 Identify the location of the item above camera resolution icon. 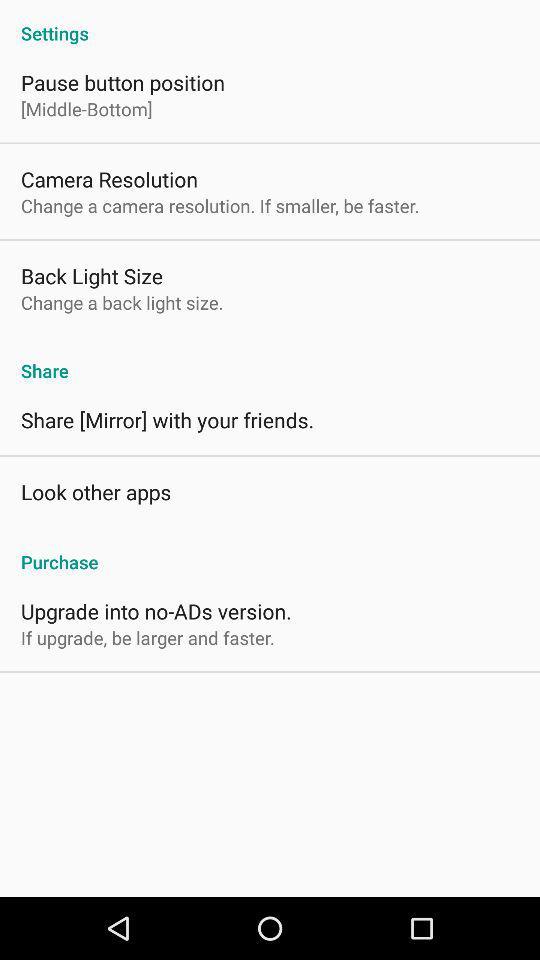
(85, 109).